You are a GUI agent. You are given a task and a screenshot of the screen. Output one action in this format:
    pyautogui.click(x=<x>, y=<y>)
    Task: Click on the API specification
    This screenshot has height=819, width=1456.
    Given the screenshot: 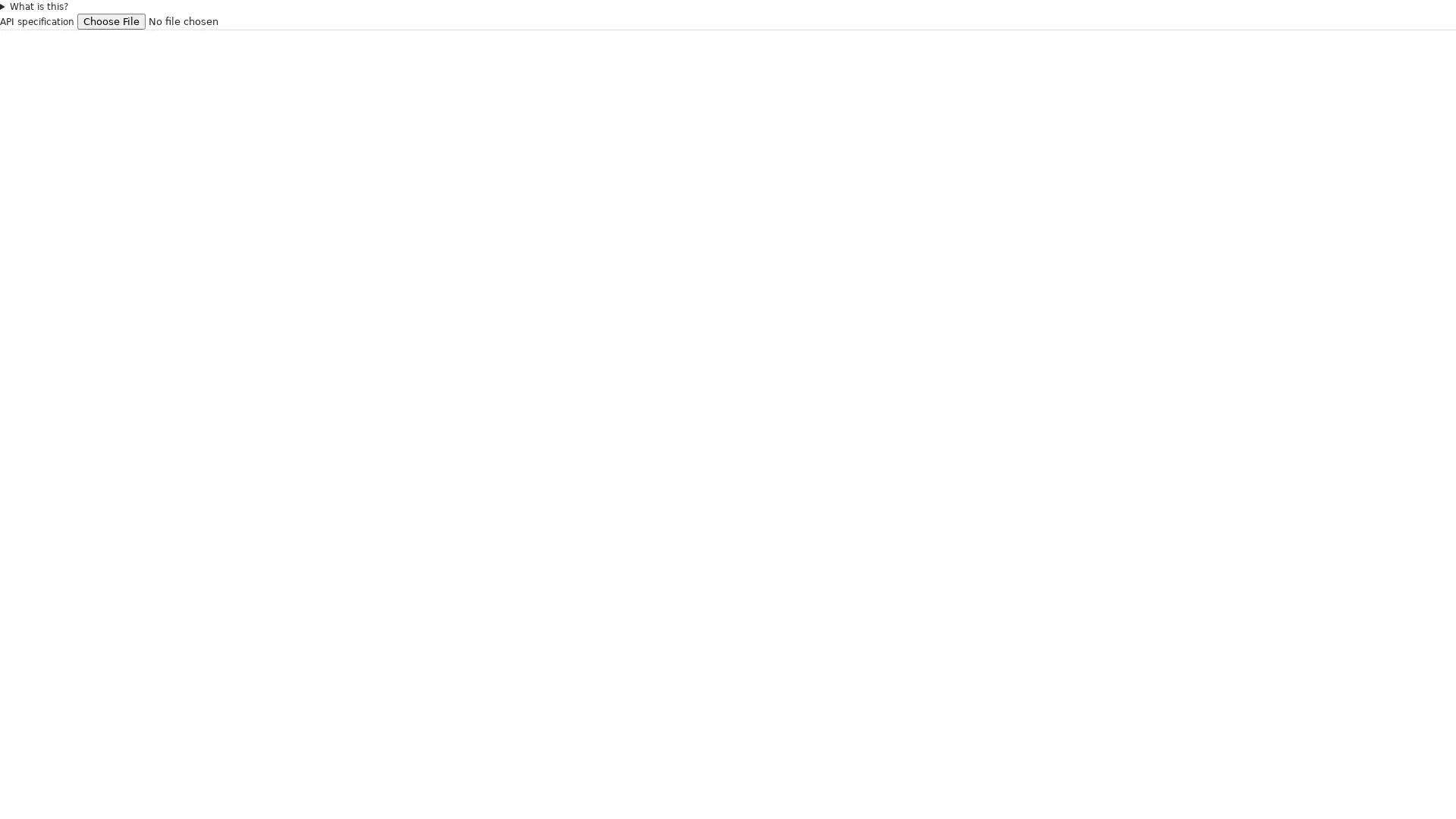 What is the action you would take?
    pyautogui.click(x=180, y=21)
    